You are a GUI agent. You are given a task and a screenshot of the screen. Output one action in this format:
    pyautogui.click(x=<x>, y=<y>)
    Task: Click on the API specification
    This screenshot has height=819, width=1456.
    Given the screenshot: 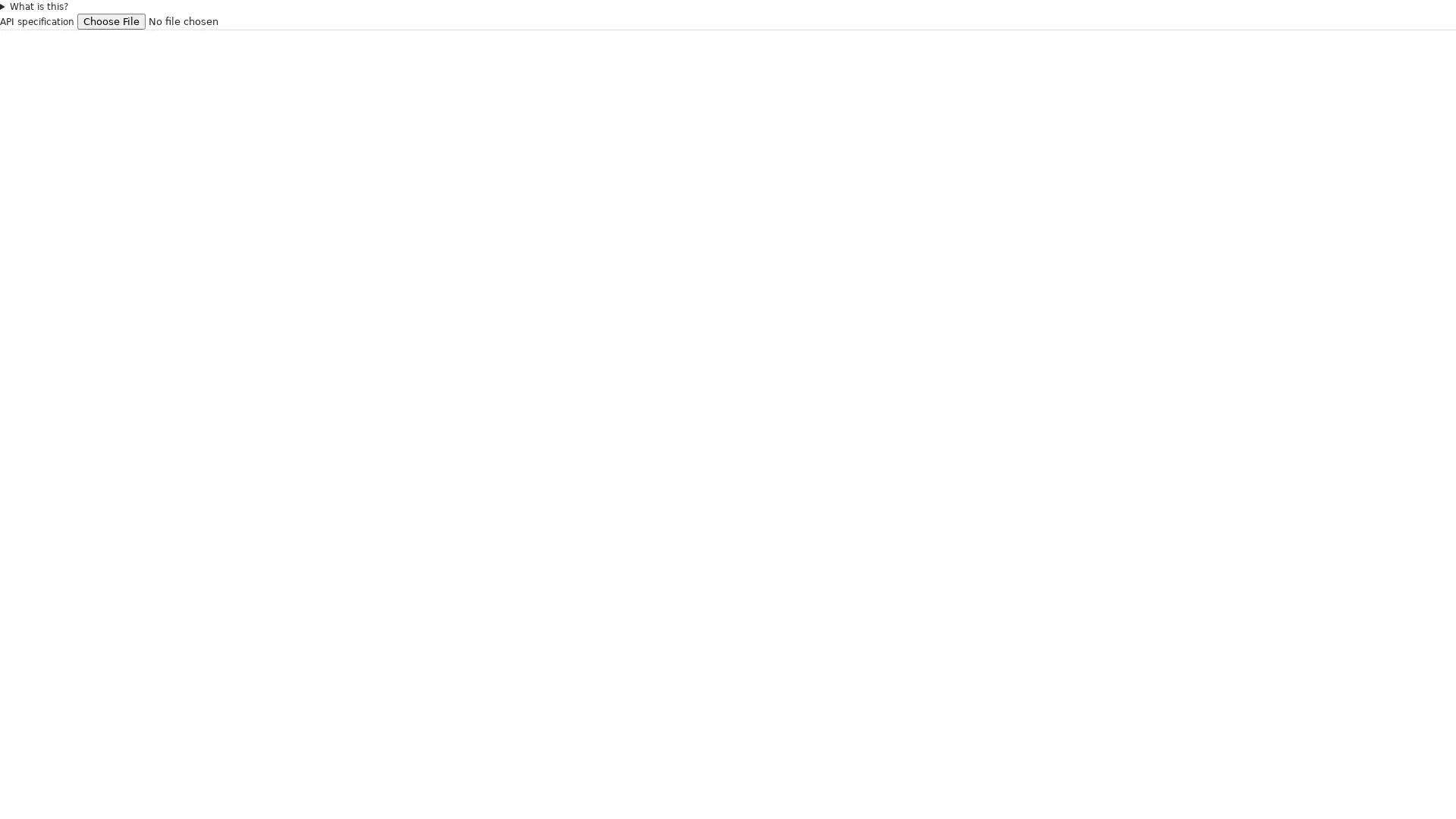 What is the action you would take?
    pyautogui.click(x=180, y=21)
    